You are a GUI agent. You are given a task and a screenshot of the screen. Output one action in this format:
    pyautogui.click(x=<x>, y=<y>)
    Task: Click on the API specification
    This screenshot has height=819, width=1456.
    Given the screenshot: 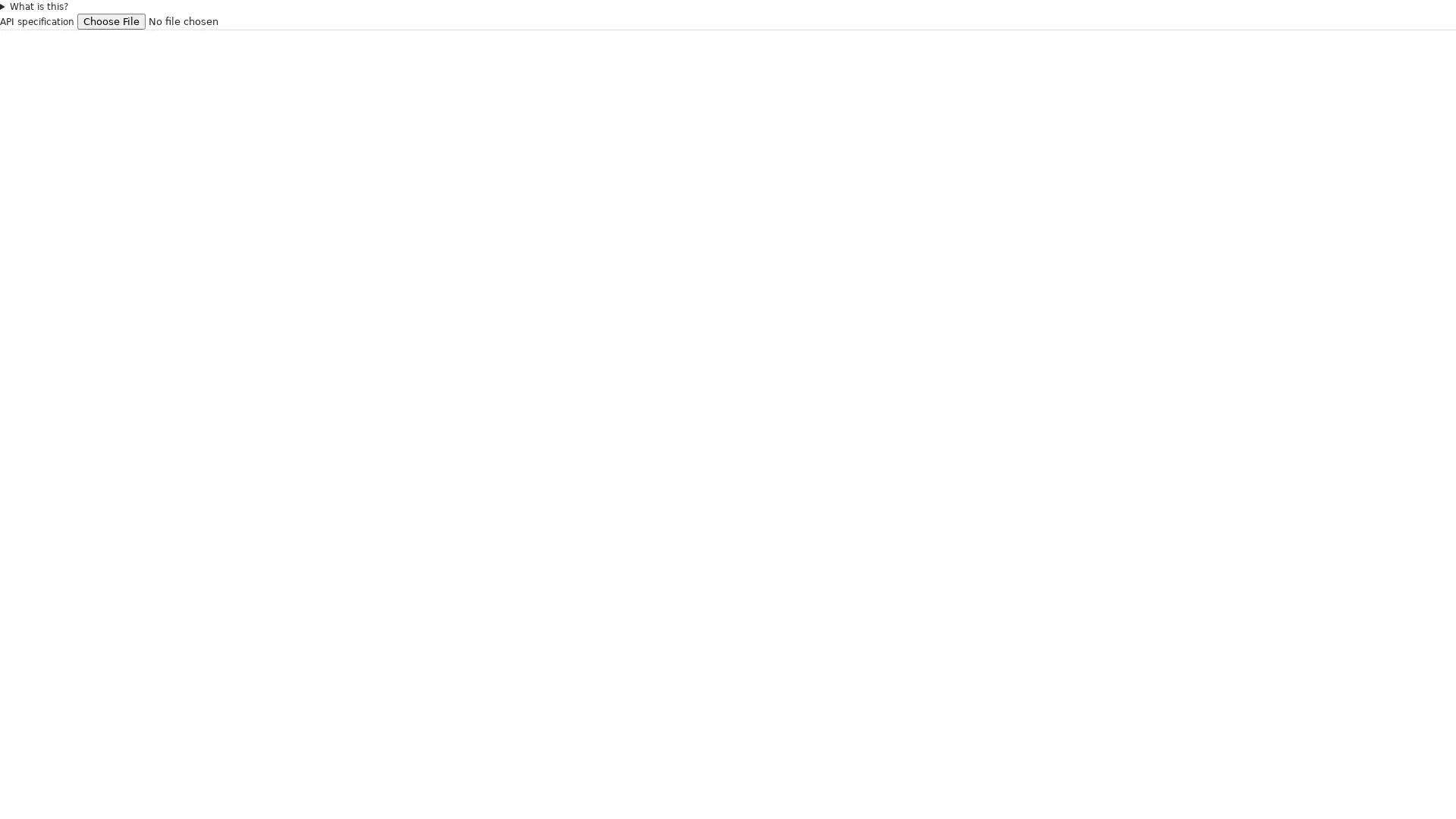 What is the action you would take?
    pyautogui.click(x=180, y=21)
    